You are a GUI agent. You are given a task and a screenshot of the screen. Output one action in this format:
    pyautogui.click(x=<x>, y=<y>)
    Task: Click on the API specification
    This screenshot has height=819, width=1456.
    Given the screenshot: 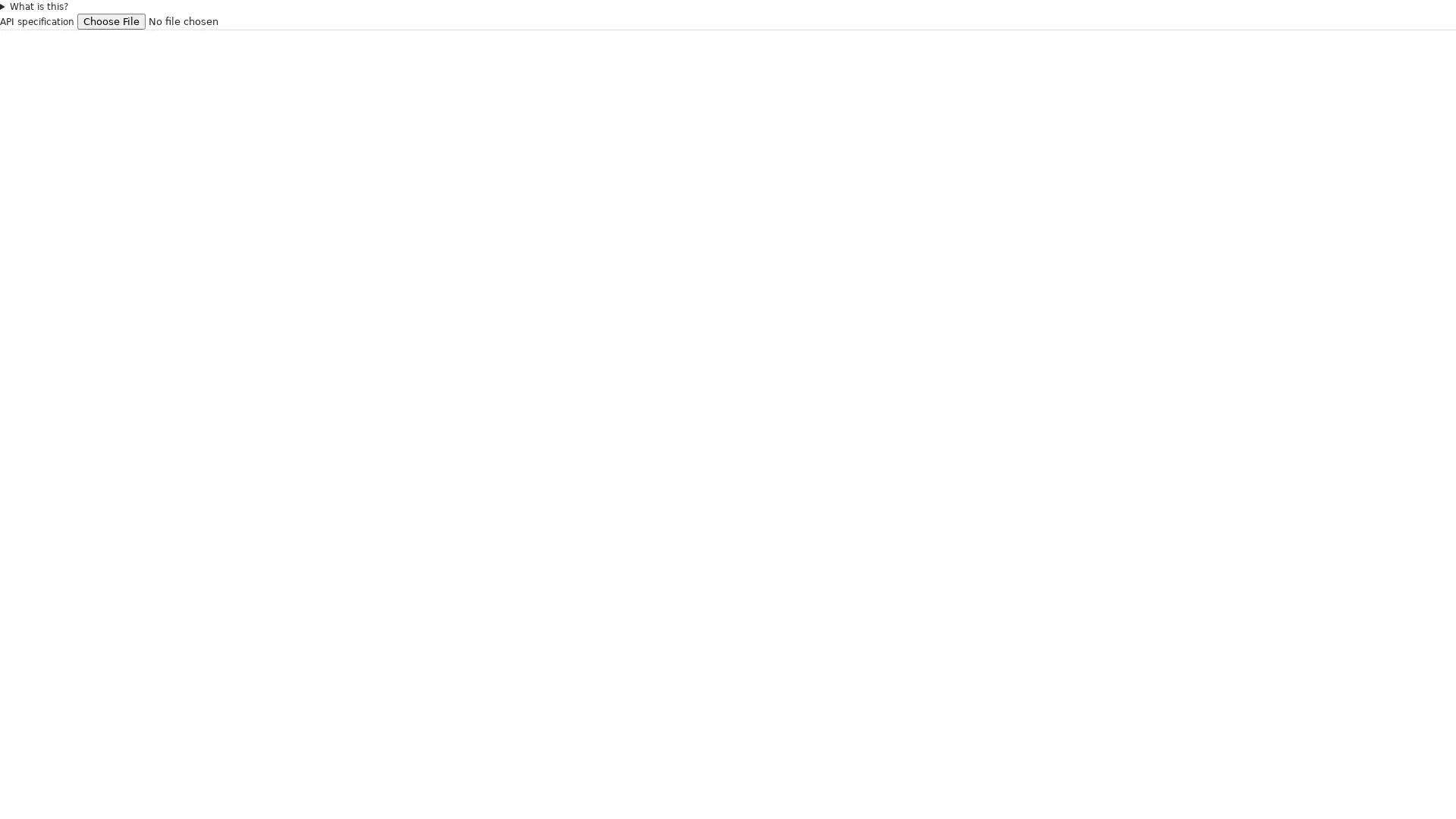 What is the action you would take?
    pyautogui.click(x=180, y=21)
    